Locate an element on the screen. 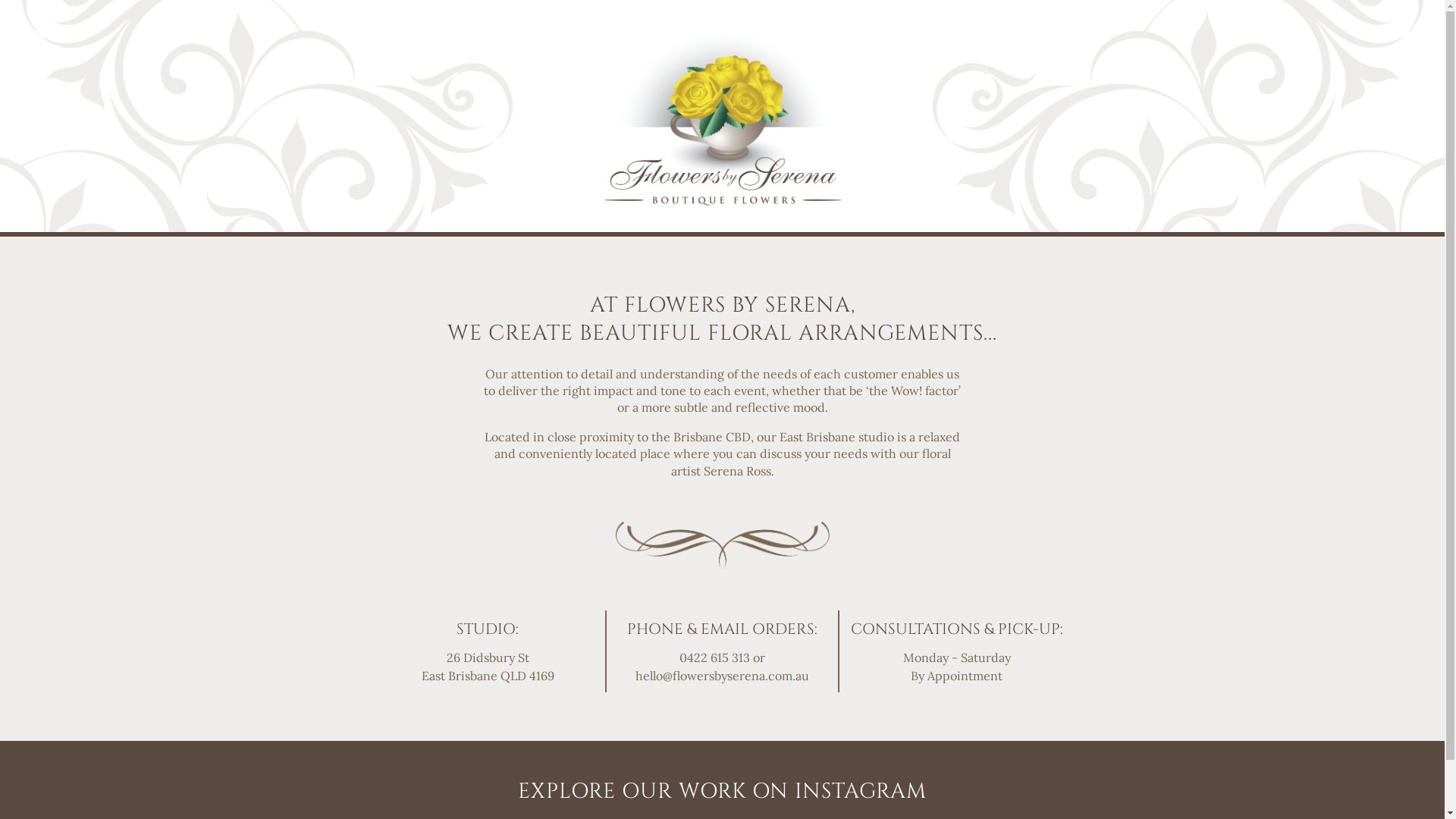 The width and height of the screenshot is (1456, 819). 'hello@flowersbyserena.com.au' is located at coordinates (721, 675).